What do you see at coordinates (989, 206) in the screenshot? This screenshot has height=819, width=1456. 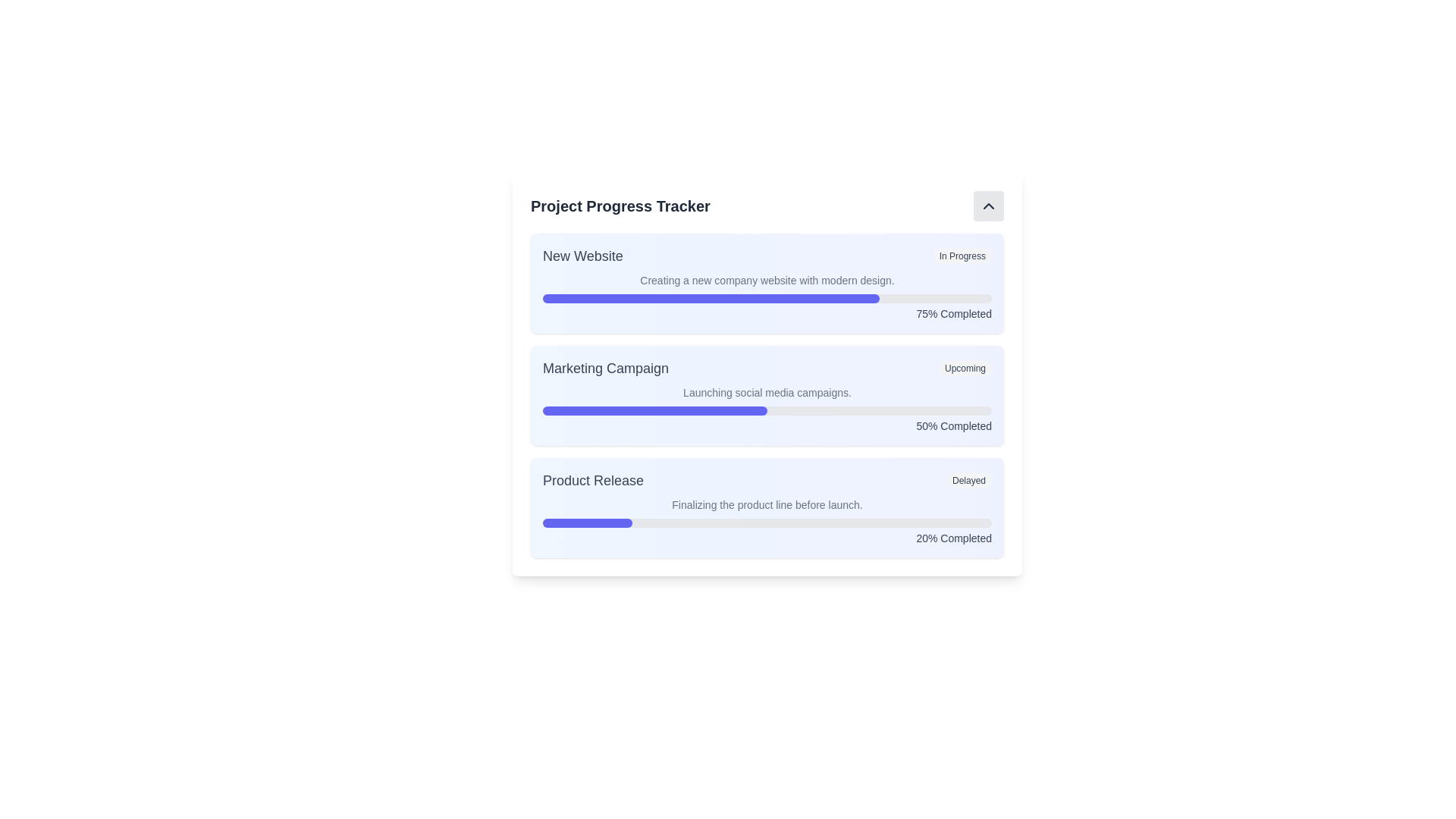 I see `the upward-pointing arrow icon, which is a minimalistic triangular button shaded in dark gray located in the top-right corner of the interface` at bounding box center [989, 206].